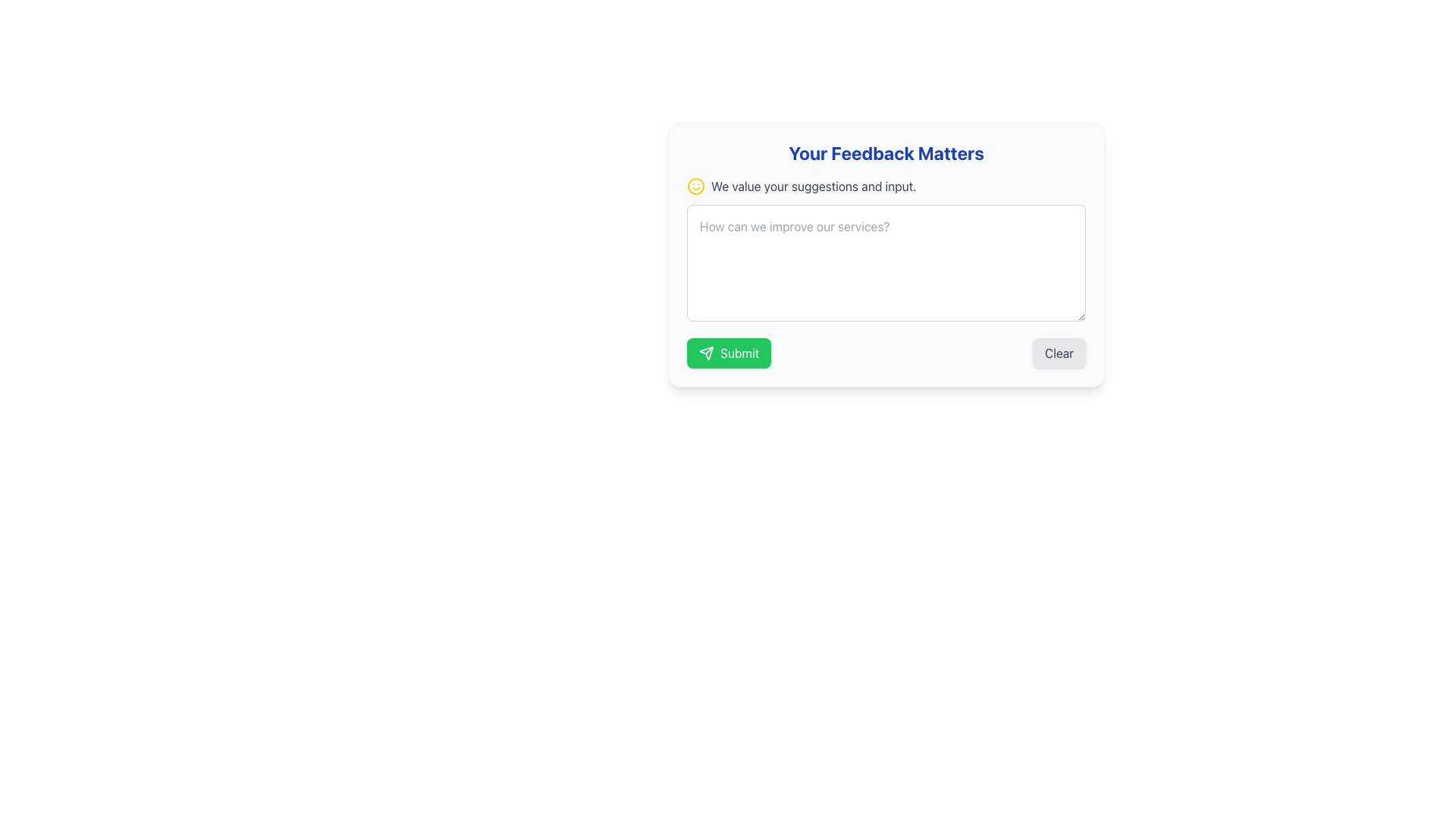  Describe the element at coordinates (705, 353) in the screenshot. I see `the 'Submit' button which contains the feedback submission icon, located at the bottom-center of the feedback form` at that location.